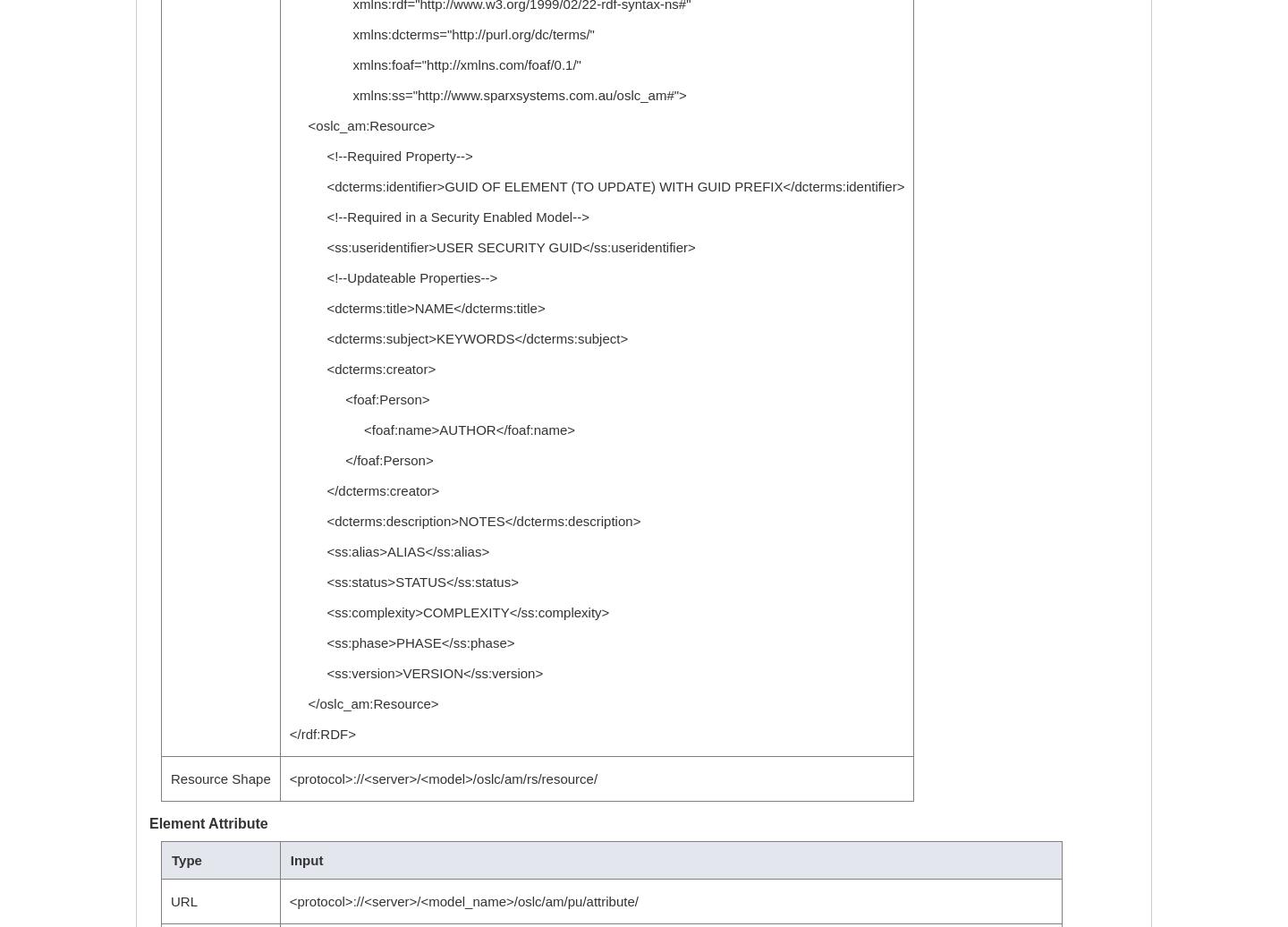 This screenshot has width=1288, height=927. What do you see at coordinates (415, 673) in the screenshot?
I see `'<ss:version>VERSION</ss:version>'` at bounding box center [415, 673].